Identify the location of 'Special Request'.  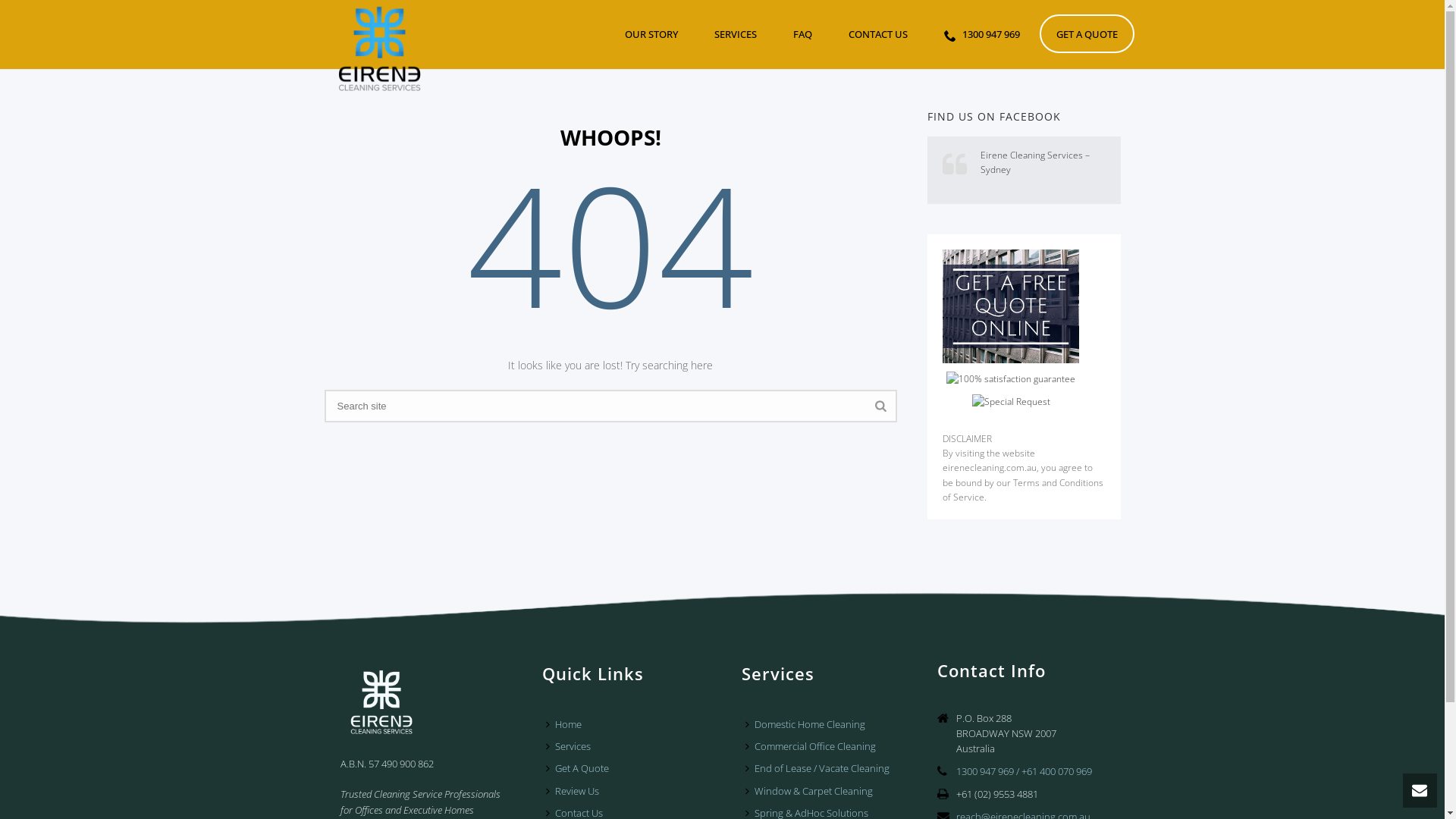
(1011, 400).